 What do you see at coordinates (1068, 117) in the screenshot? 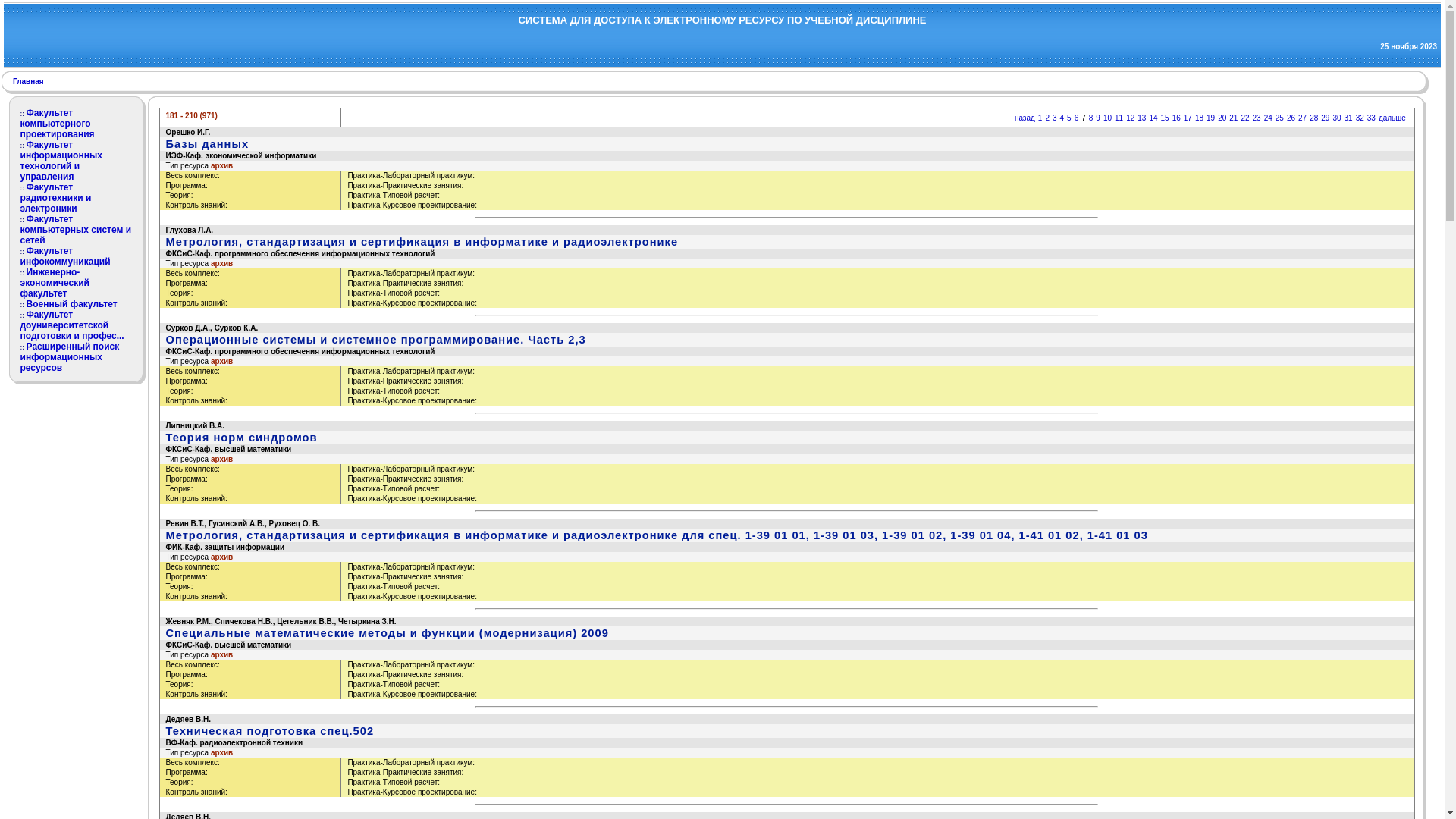
I see `'5'` at bounding box center [1068, 117].